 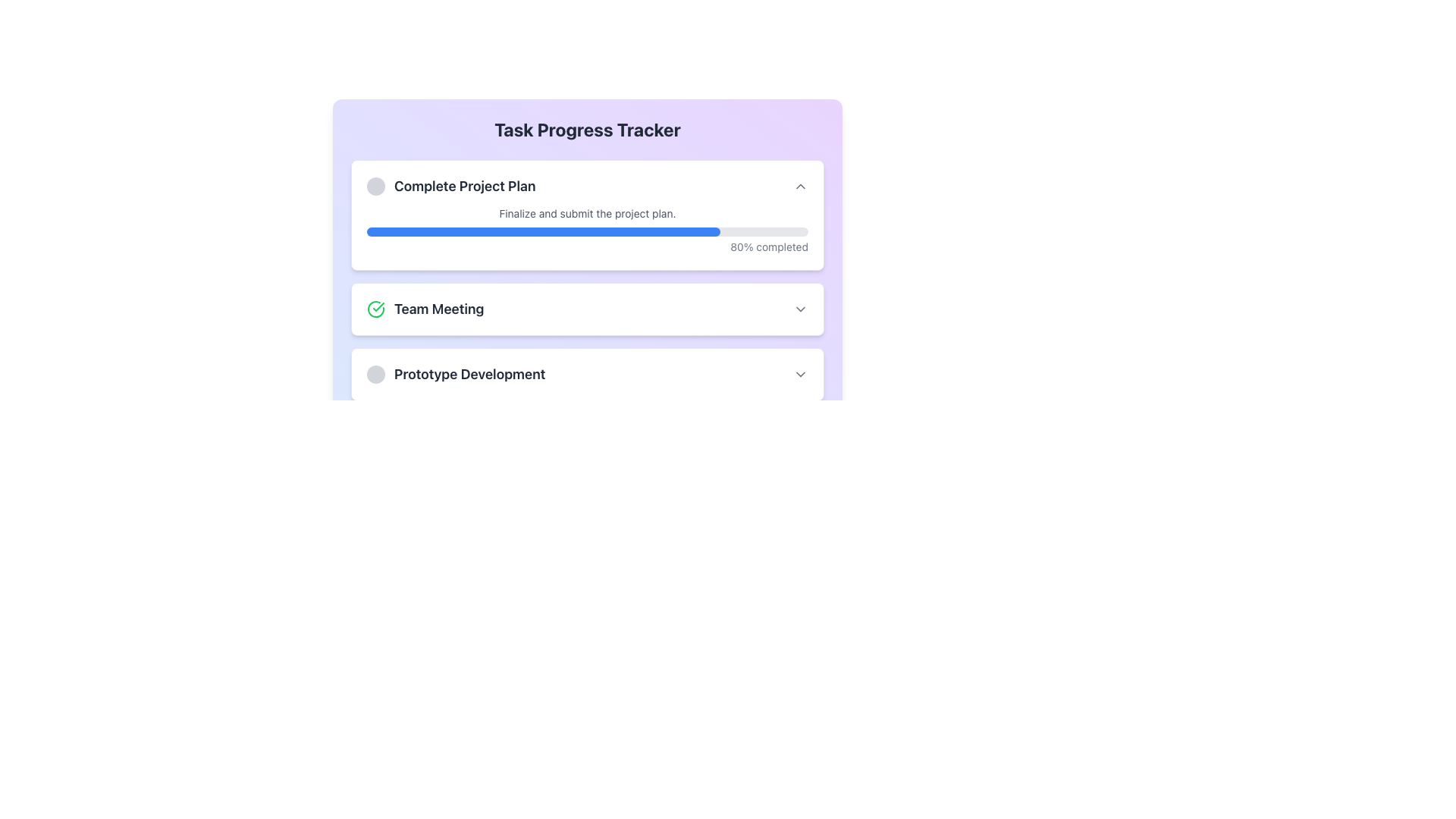 I want to click on the downwards chevron icon at the far-right edge of the 'Team Meeting' entry, so click(x=800, y=309).